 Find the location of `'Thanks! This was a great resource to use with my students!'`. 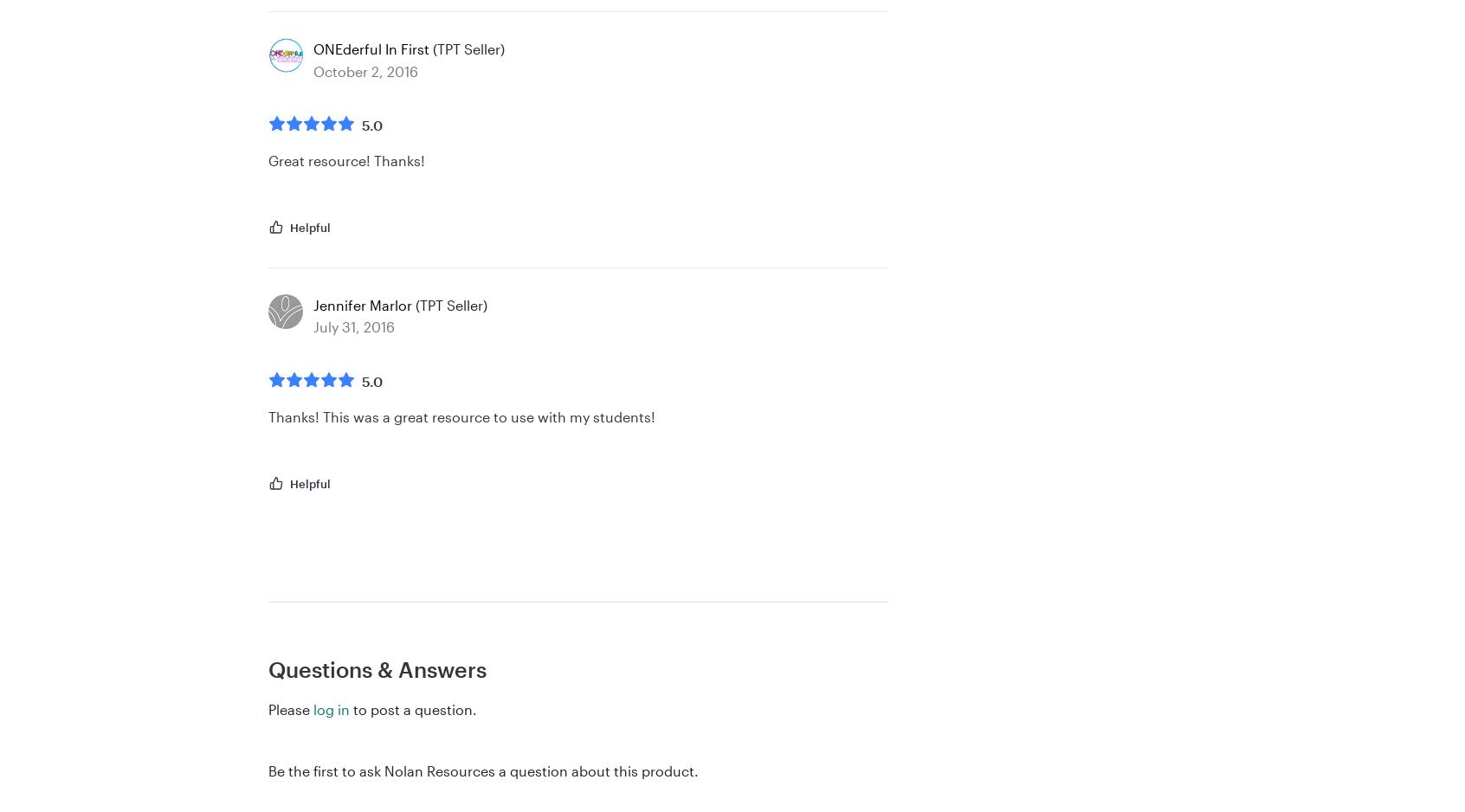

'Thanks! This was a great resource to use with my students!' is located at coordinates (461, 416).